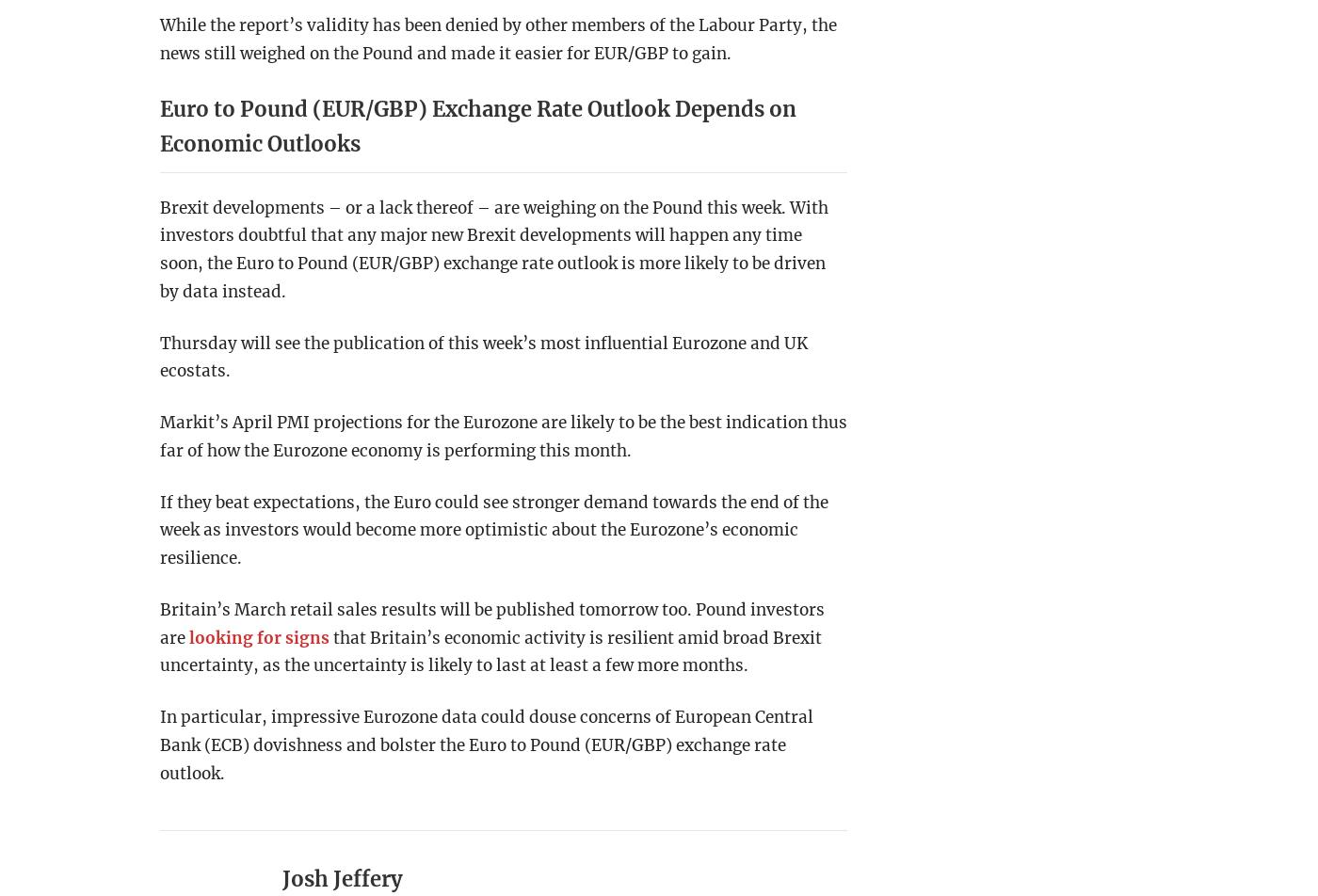  What do you see at coordinates (159, 651) in the screenshot?
I see `'that Britain’s economic activity is resilient amid broad Brexit uncertainty, as the uncertainty is likely to last at least a few more months.'` at bounding box center [159, 651].